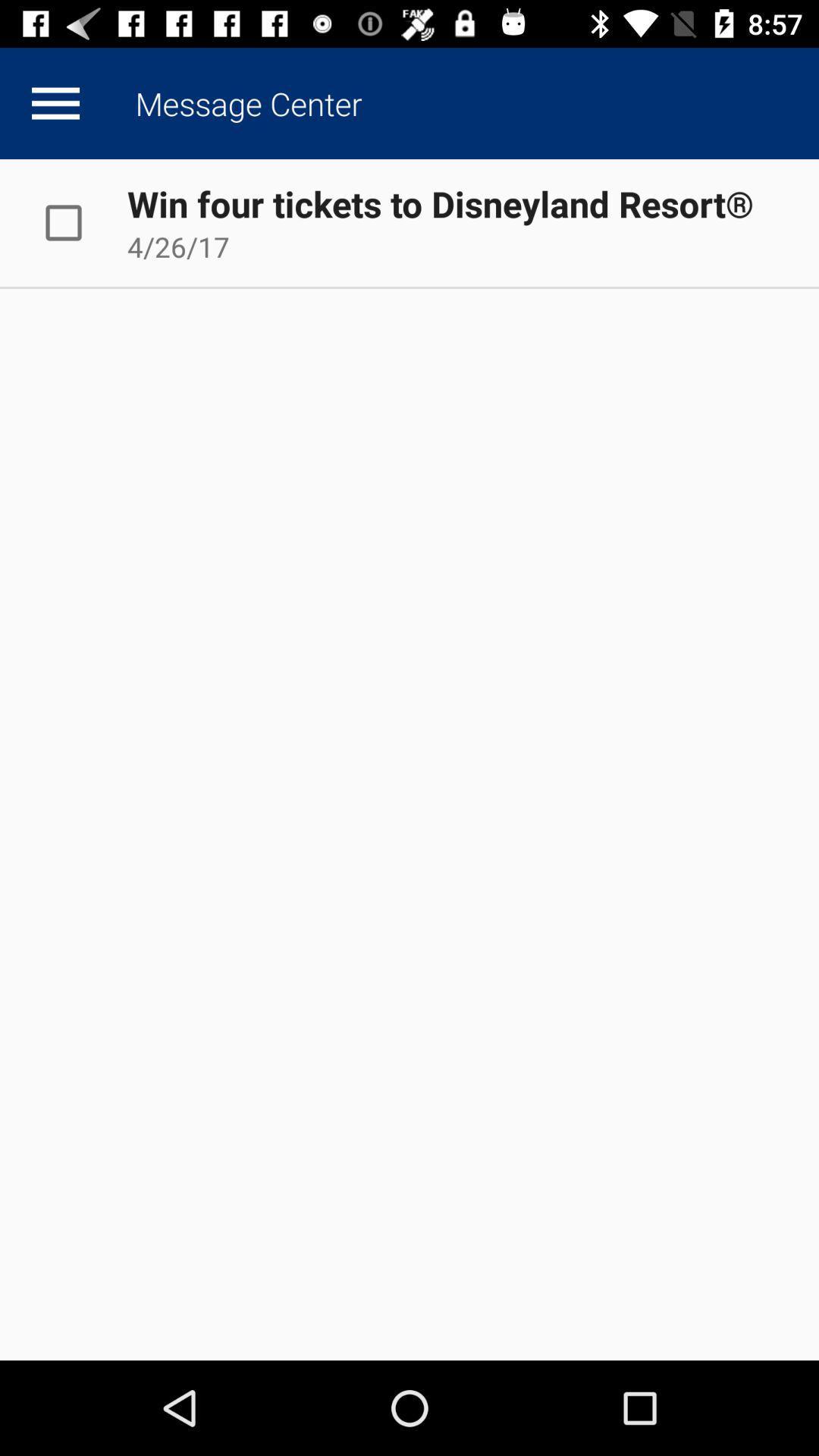  Describe the element at coordinates (55, 102) in the screenshot. I see `show more data` at that location.